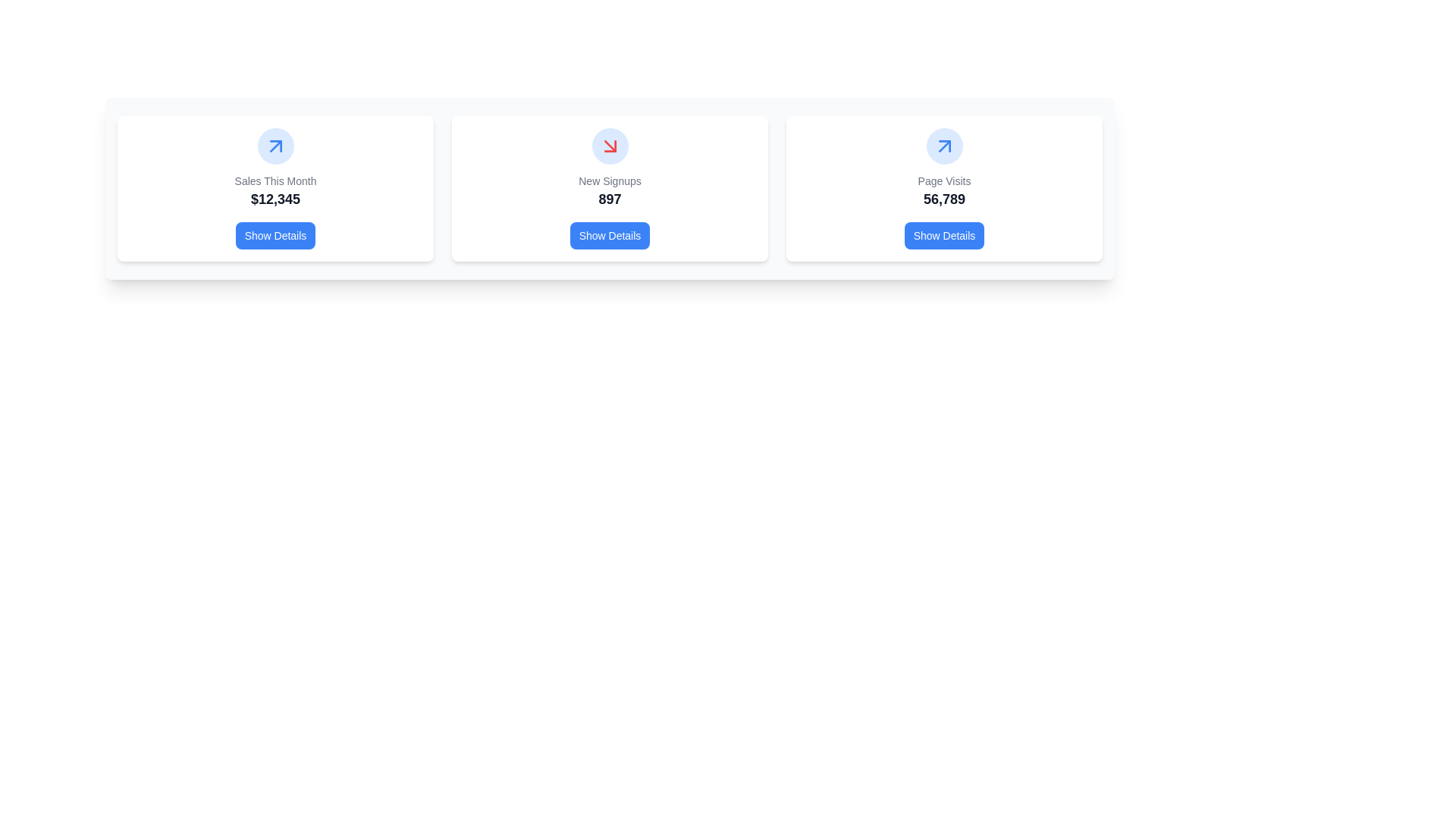 Image resolution: width=1456 pixels, height=819 pixels. I want to click on the 'Show Details' button with a blue background and white text, so click(275, 236).